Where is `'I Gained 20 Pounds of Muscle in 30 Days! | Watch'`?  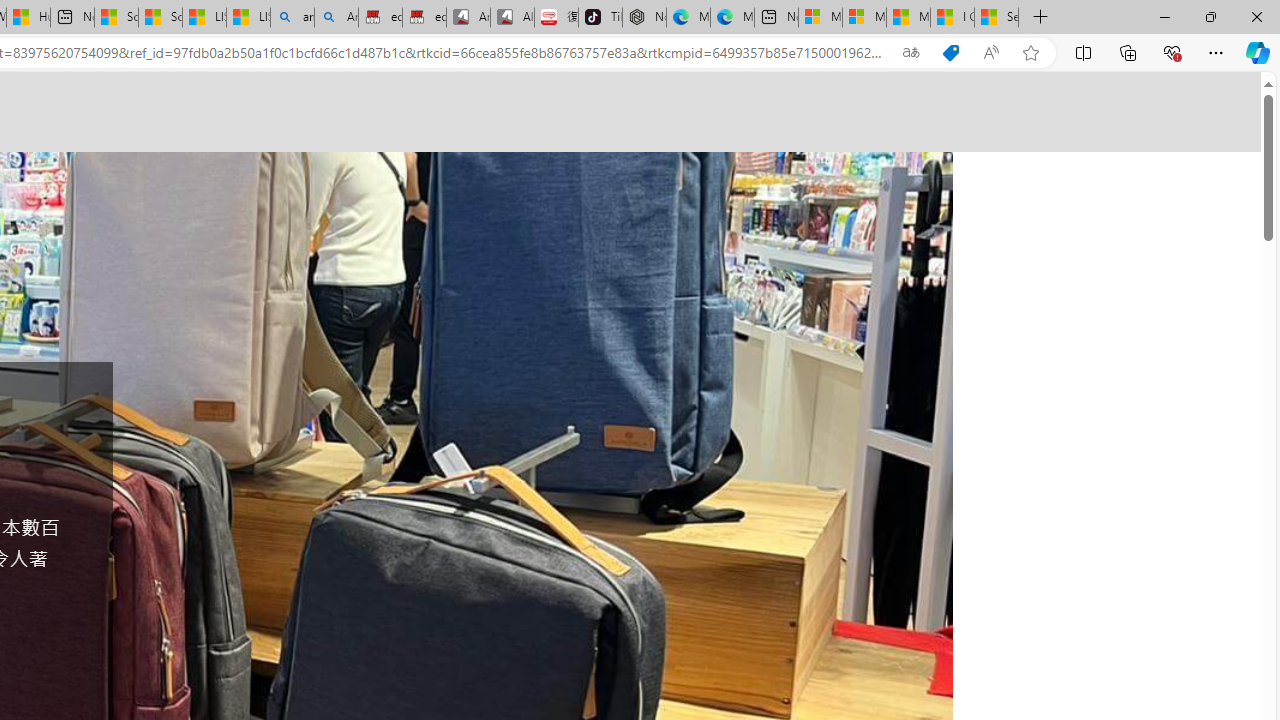 'I Gained 20 Pounds of Muscle in 30 Days! | Watch' is located at coordinates (951, 17).